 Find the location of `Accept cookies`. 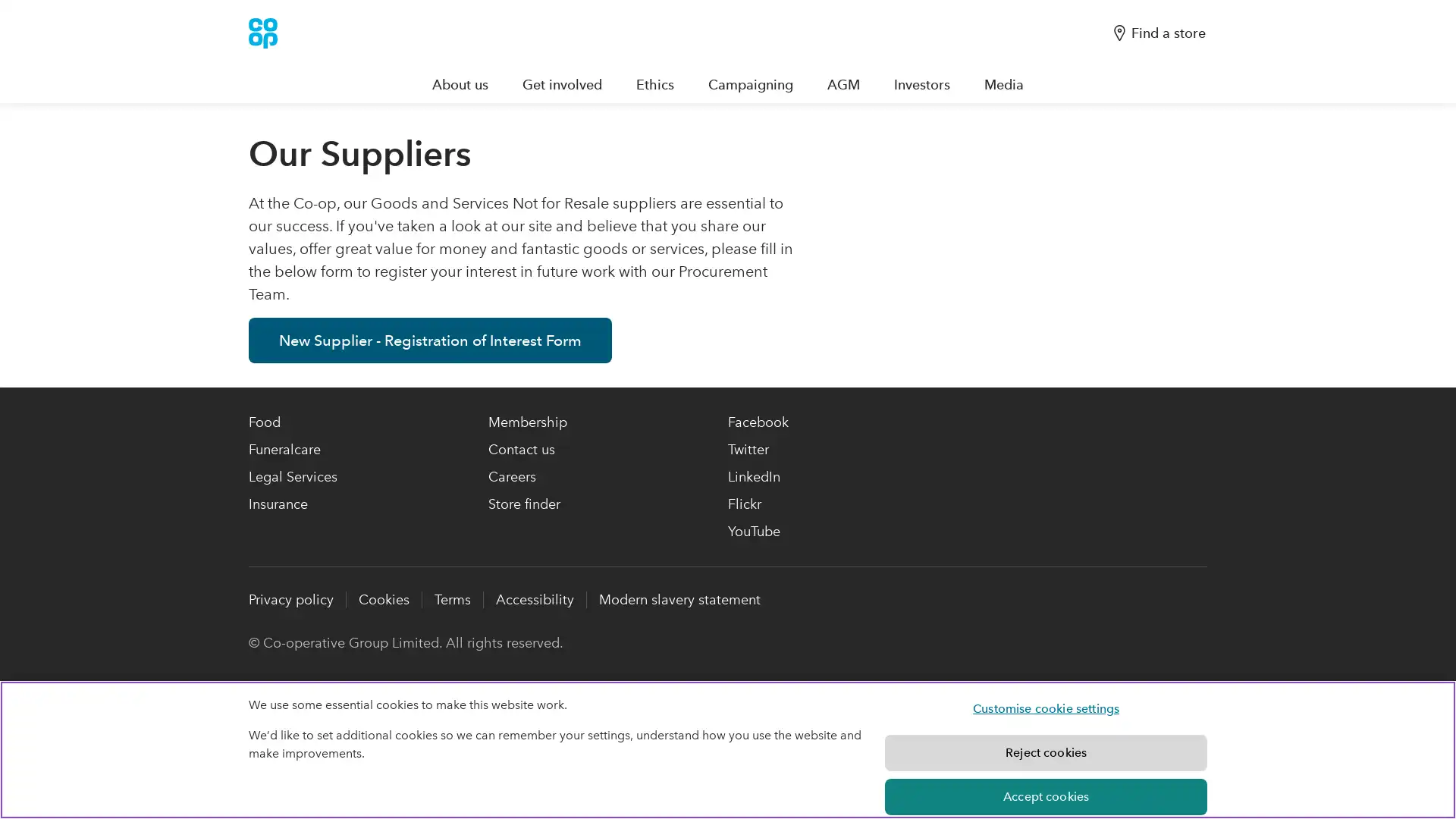

Accept cookies is located at coordinates (1044, 795).